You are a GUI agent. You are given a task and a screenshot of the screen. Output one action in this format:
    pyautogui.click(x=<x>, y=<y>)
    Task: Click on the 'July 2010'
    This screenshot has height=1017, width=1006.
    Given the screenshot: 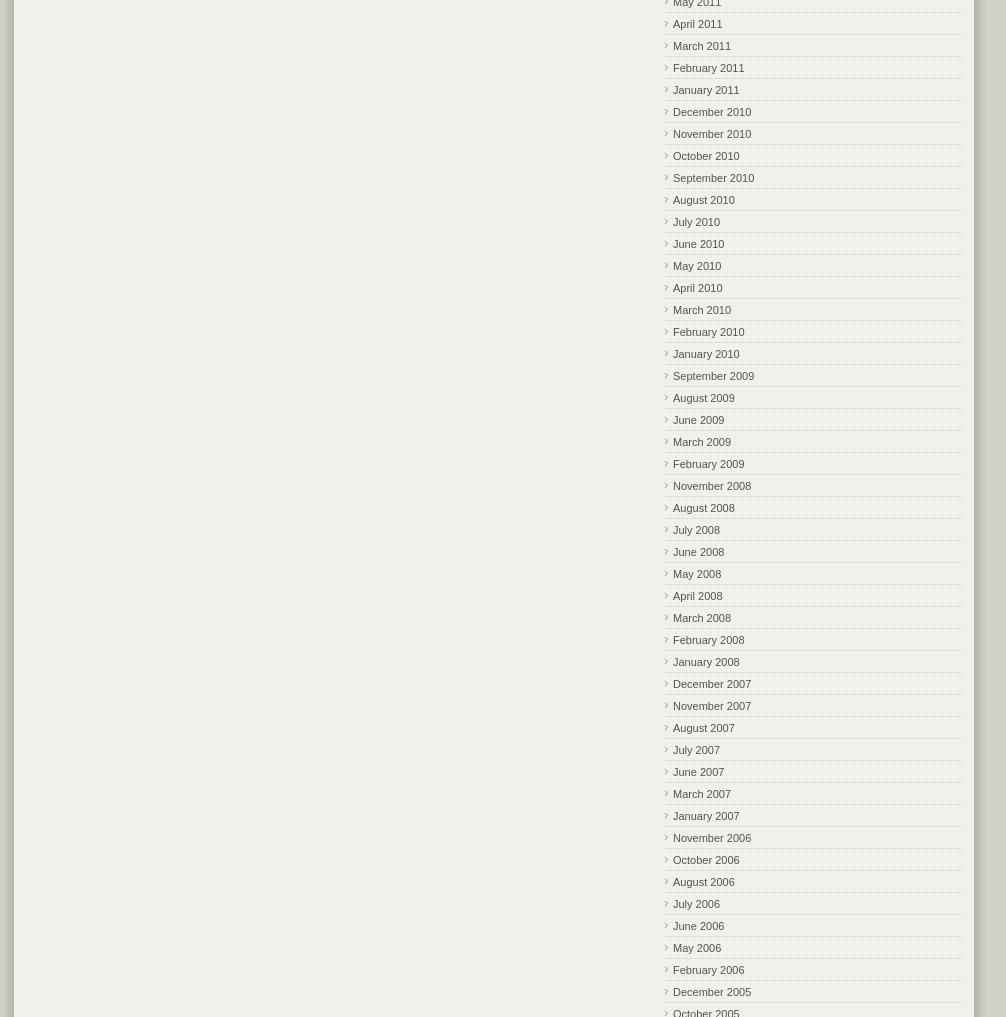 What is the action you would take?
    pyautogui.click(x=696, y=220)
    